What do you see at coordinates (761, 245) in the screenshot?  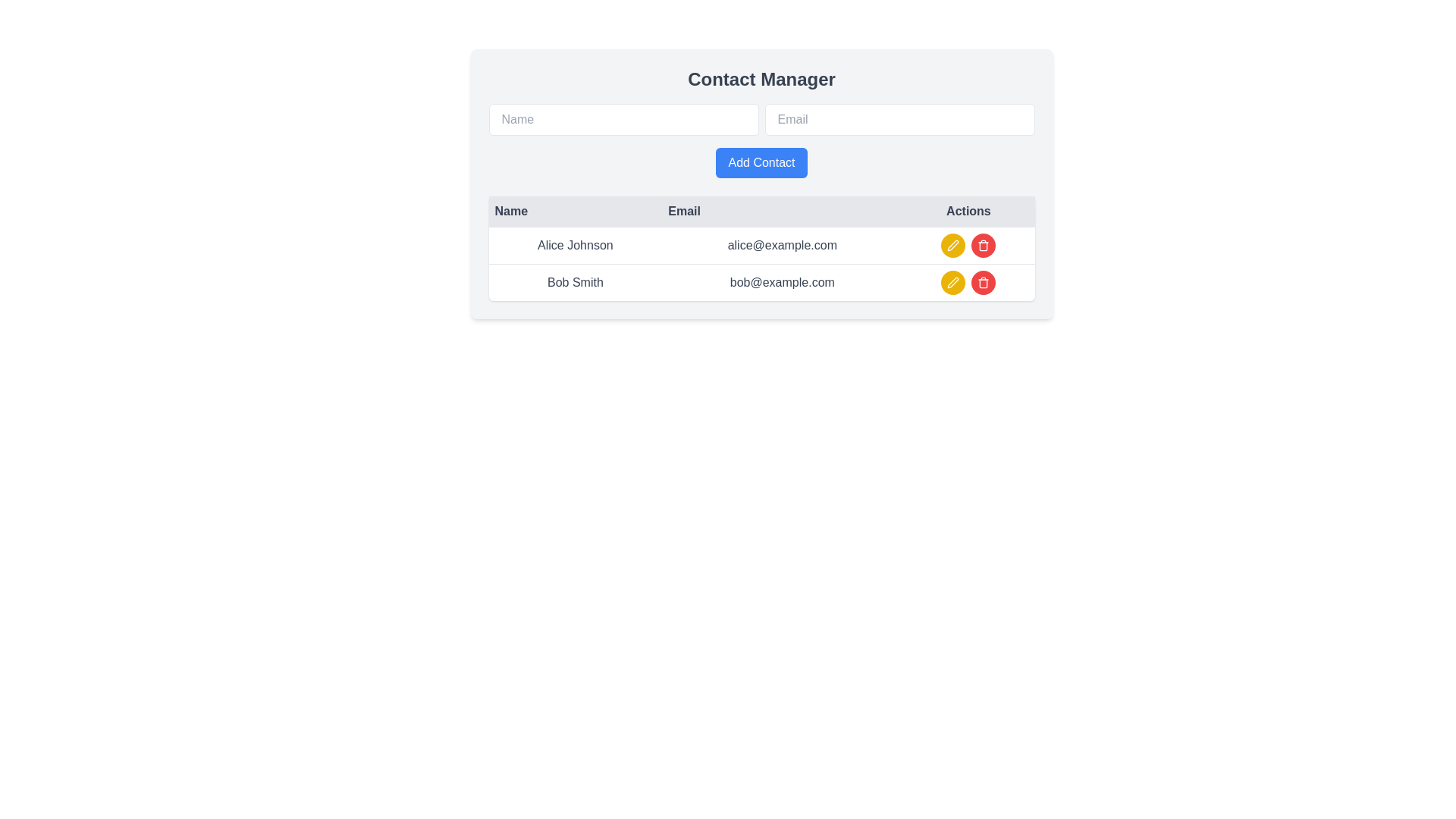 I see `the first row of the data table displaying user contact information for 'Alice Johnson' and 'alice@example.com'` at bounding box center [761, 245].